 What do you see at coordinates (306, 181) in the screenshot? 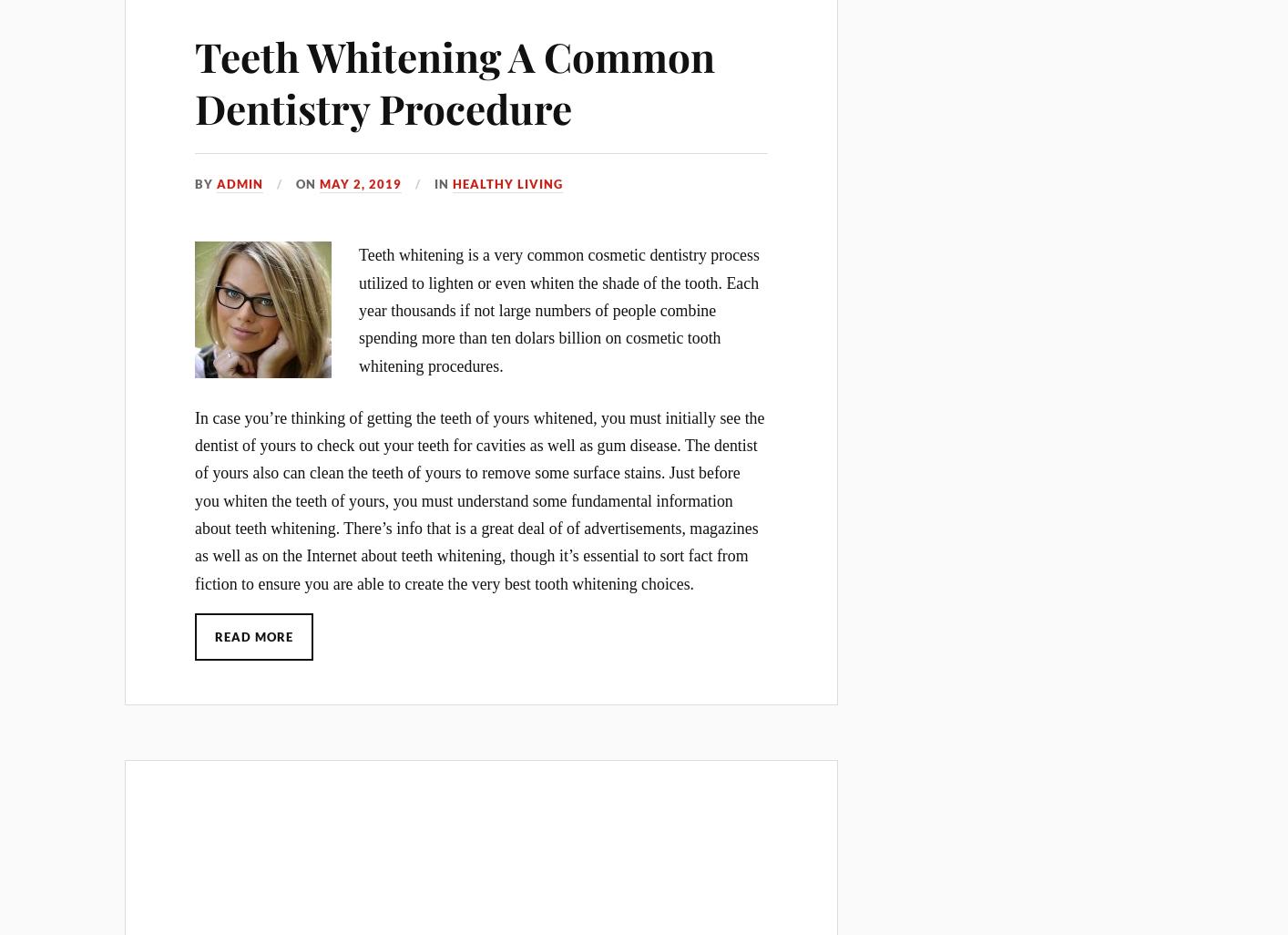
I see `'On'` at bounding box center [306, 181].